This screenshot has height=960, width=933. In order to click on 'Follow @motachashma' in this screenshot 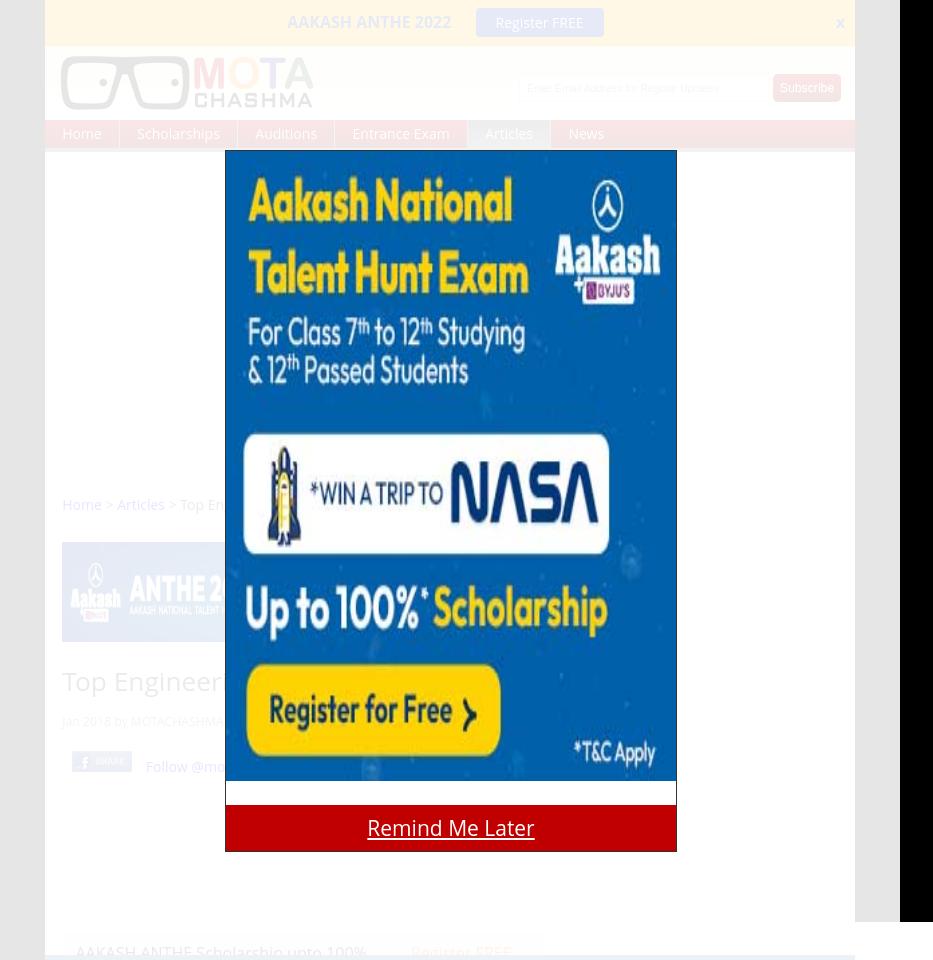, I will do `click(220, 764)`.